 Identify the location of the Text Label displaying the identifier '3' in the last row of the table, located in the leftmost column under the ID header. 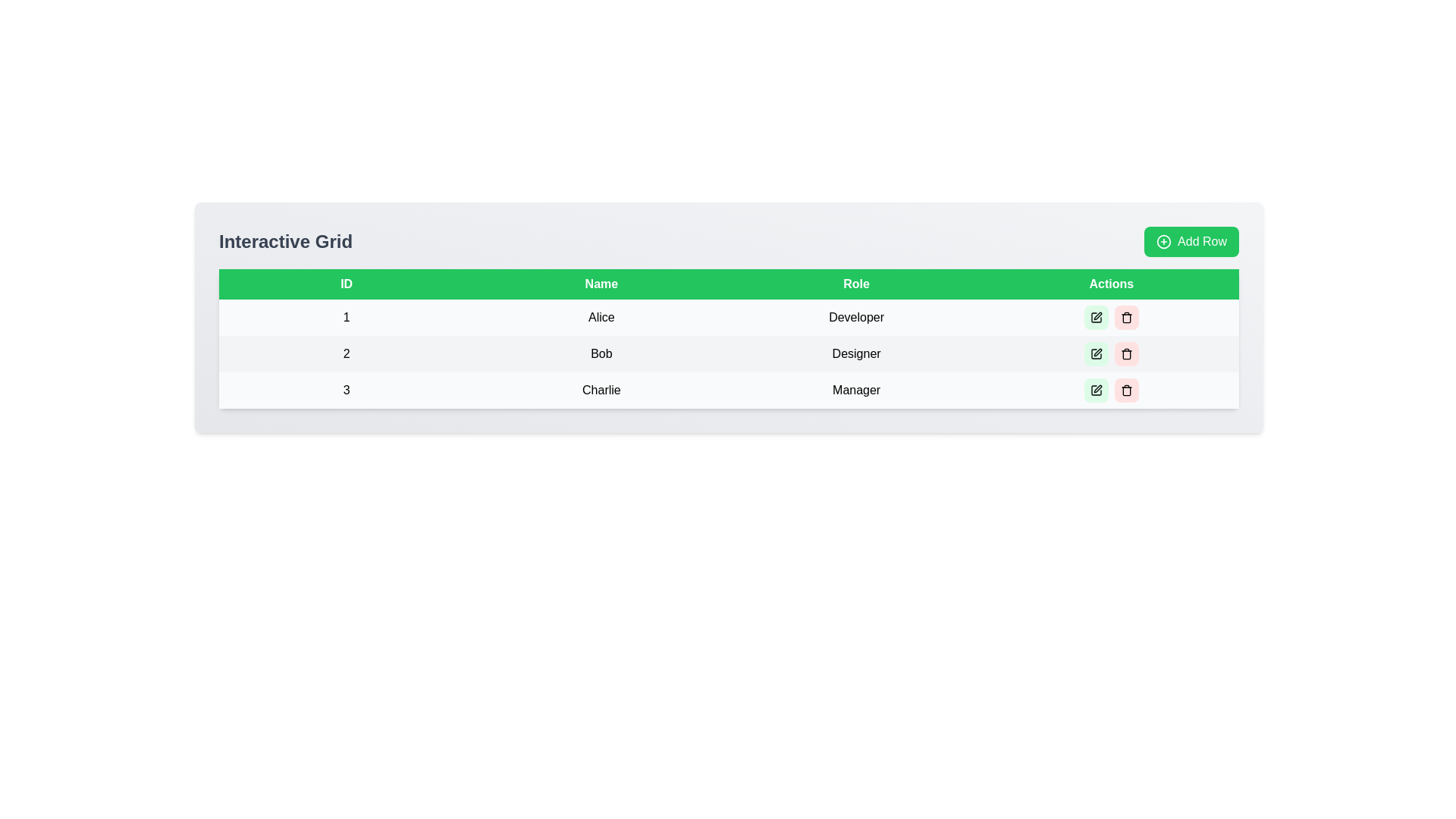
(346, 390).